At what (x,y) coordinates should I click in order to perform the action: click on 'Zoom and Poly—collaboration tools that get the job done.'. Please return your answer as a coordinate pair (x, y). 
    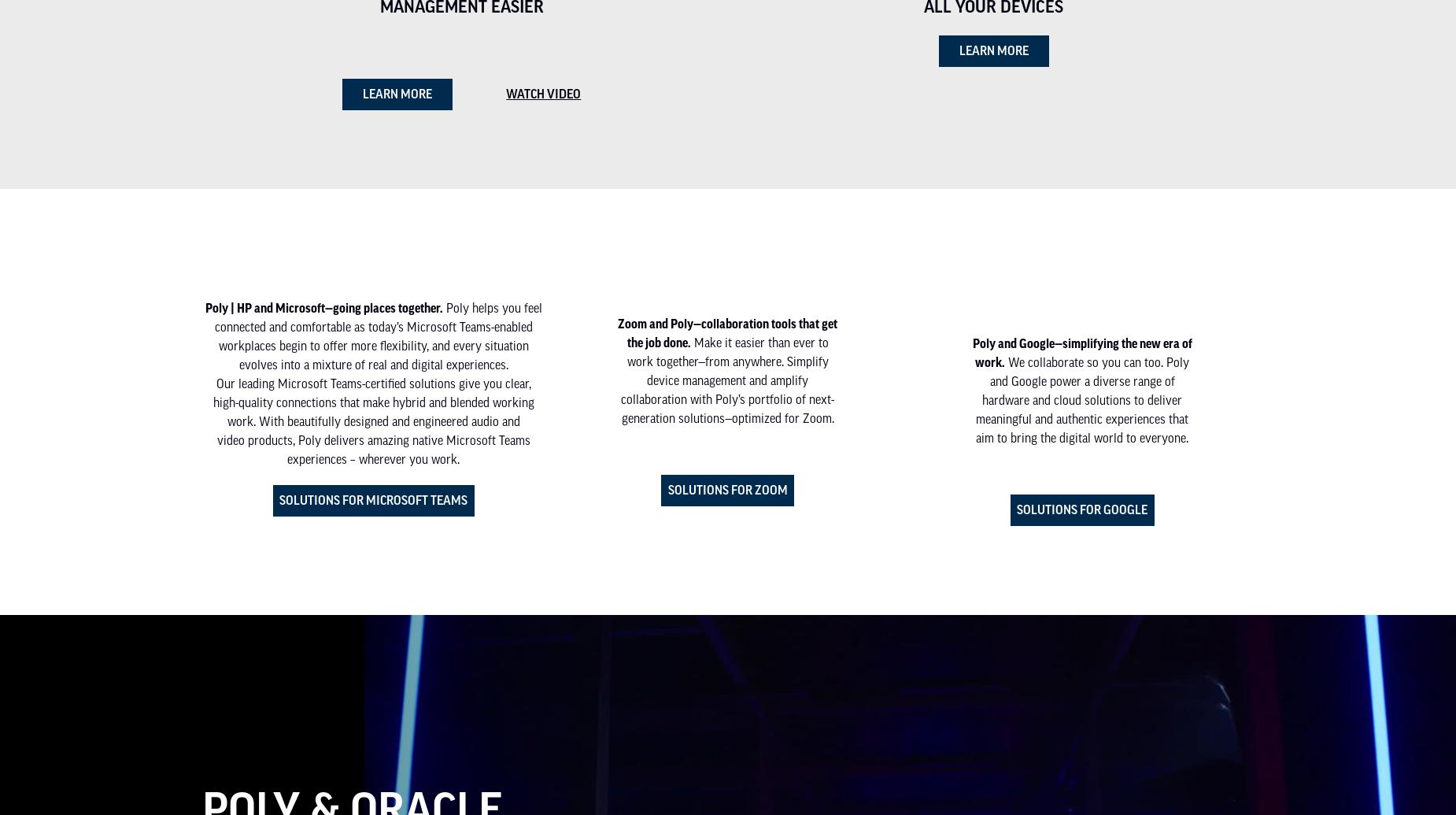
    Looking at the image, I should click on (727, 333).